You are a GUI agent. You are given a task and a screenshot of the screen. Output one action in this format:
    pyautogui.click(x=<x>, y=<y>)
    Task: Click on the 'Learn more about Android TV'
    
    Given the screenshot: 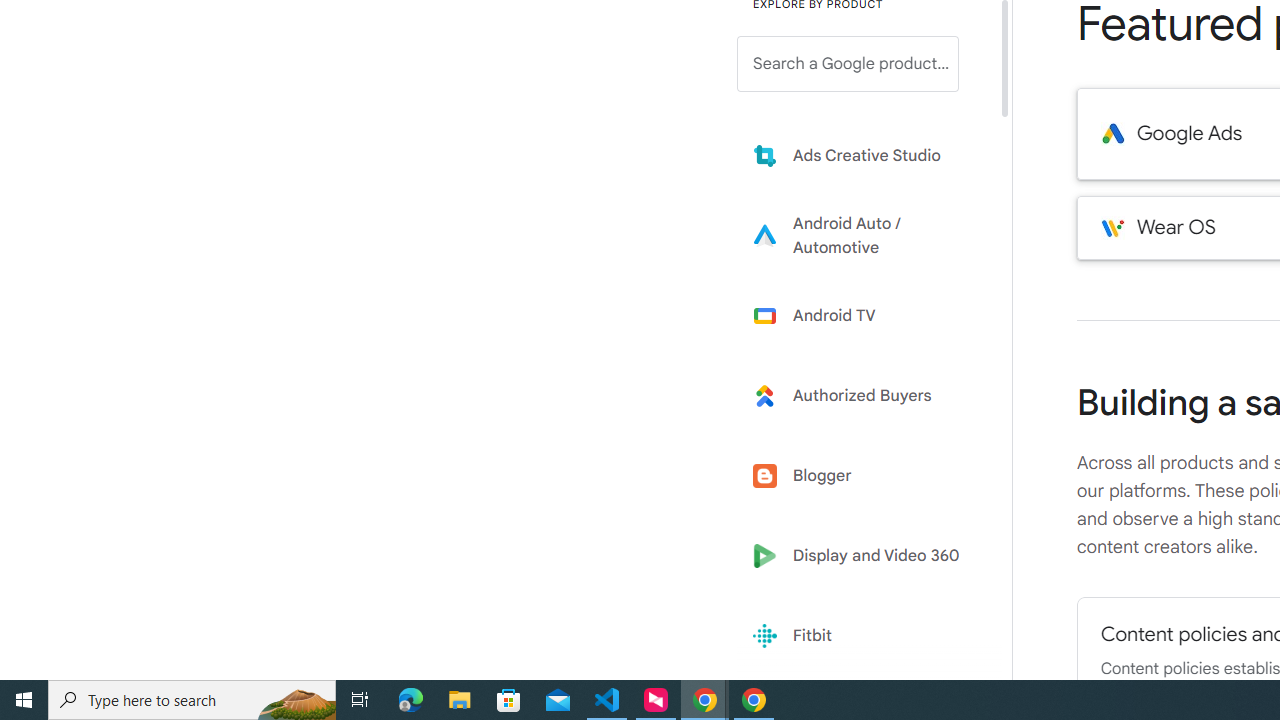 What is the action you would take?
    pyautogui.click(x=862, y=315)
    